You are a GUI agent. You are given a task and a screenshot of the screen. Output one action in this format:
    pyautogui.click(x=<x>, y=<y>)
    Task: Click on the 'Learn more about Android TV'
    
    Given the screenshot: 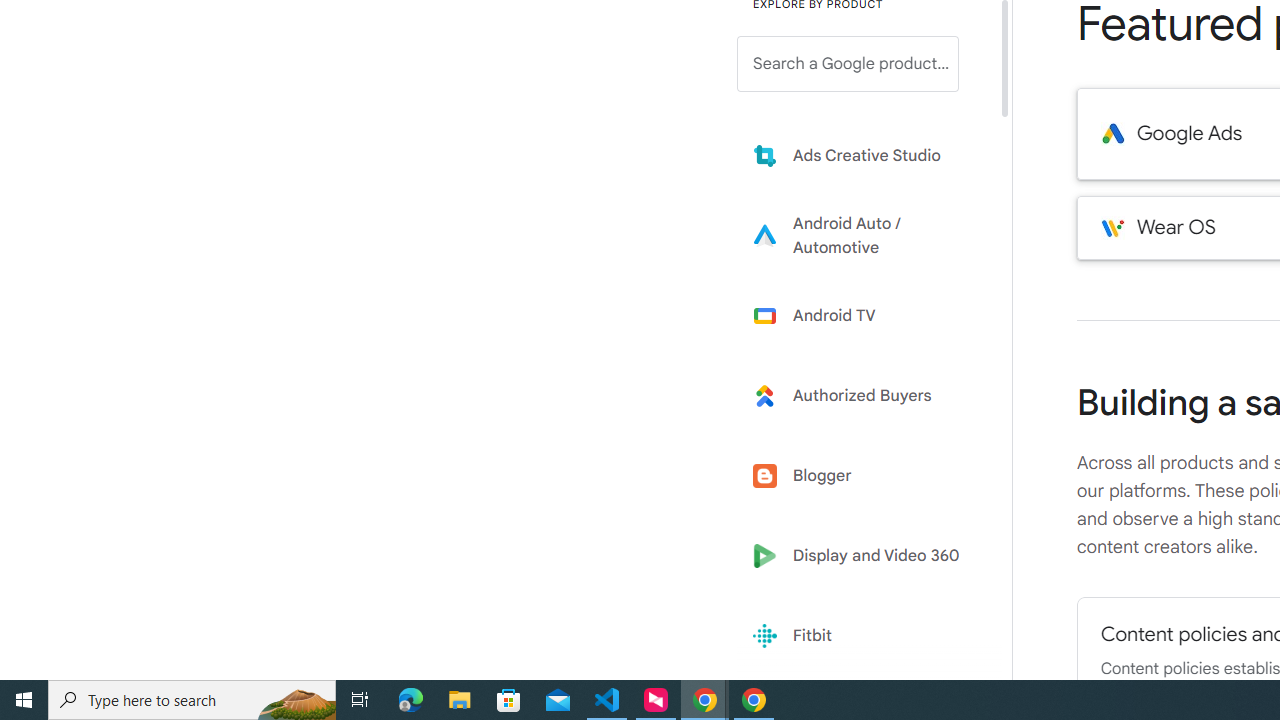 What is the action you would take?
    pyautogui.click(x=862, y=315)
    